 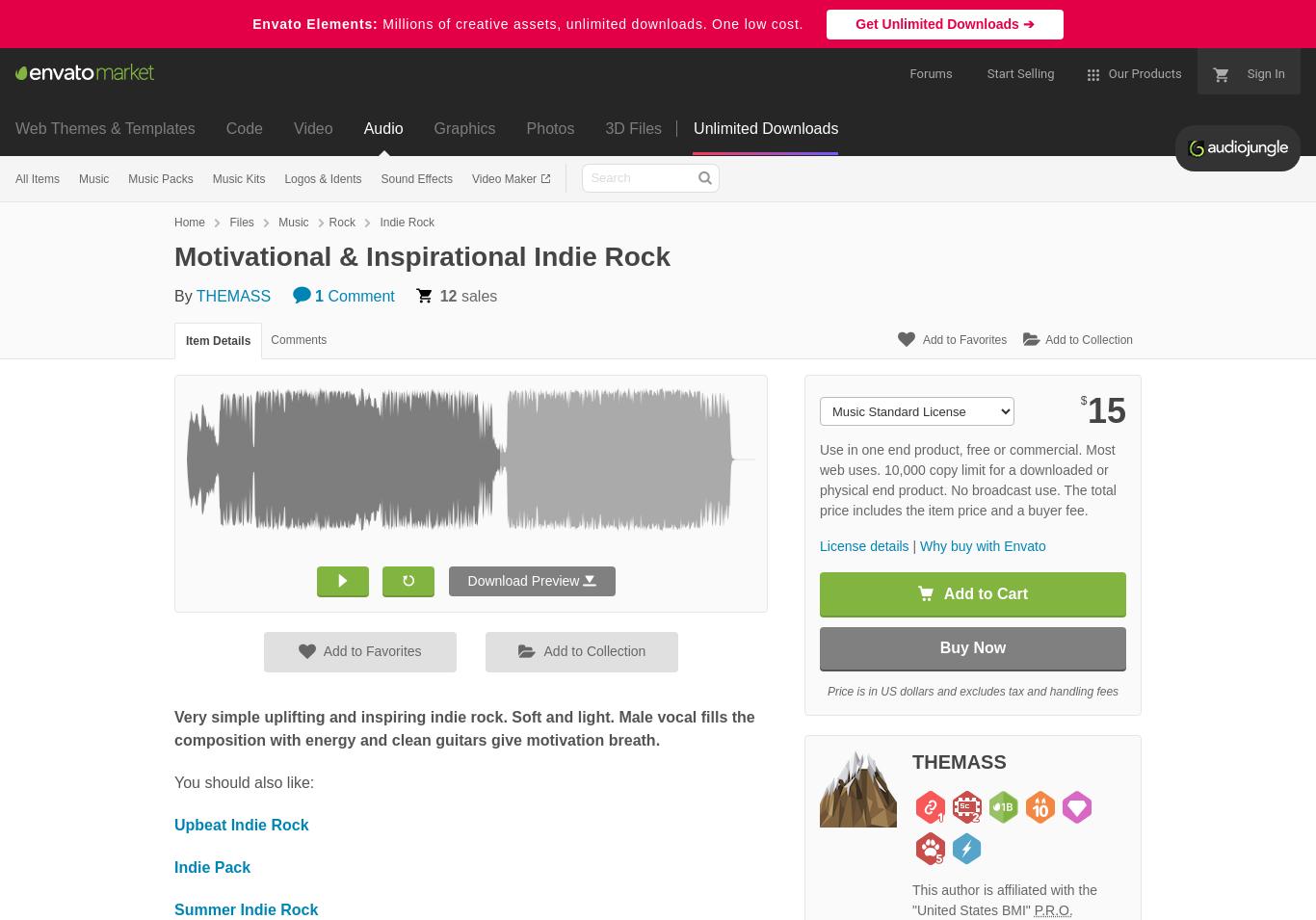 What do you see at coordinates (356, 295) in the screenshot?
I see `'Comment'` at bounding box center [356, 295].